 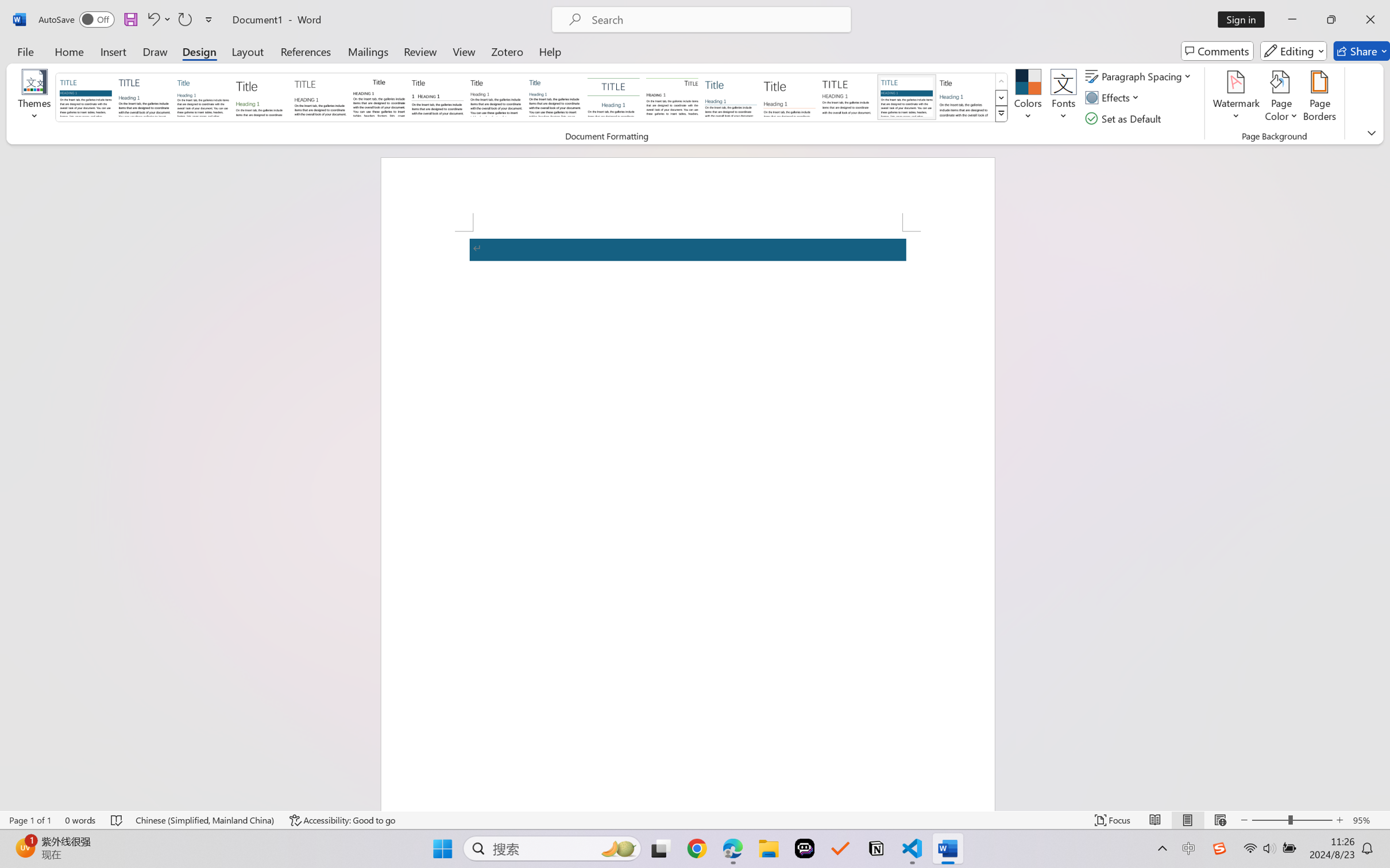 I want to click on 'Casual', so click(x=554, y=96).